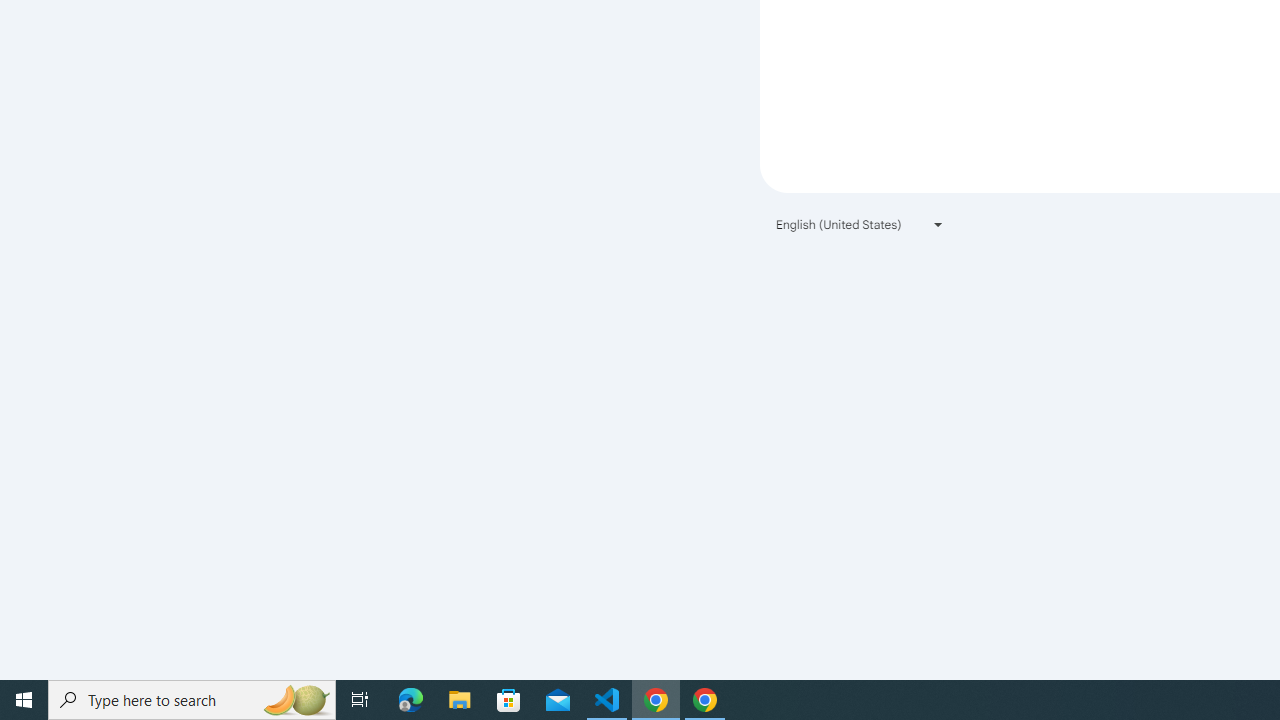 The width and height of the screenshot is (1280, 720). I want to click on 'English (United States)', so click(860, 224).